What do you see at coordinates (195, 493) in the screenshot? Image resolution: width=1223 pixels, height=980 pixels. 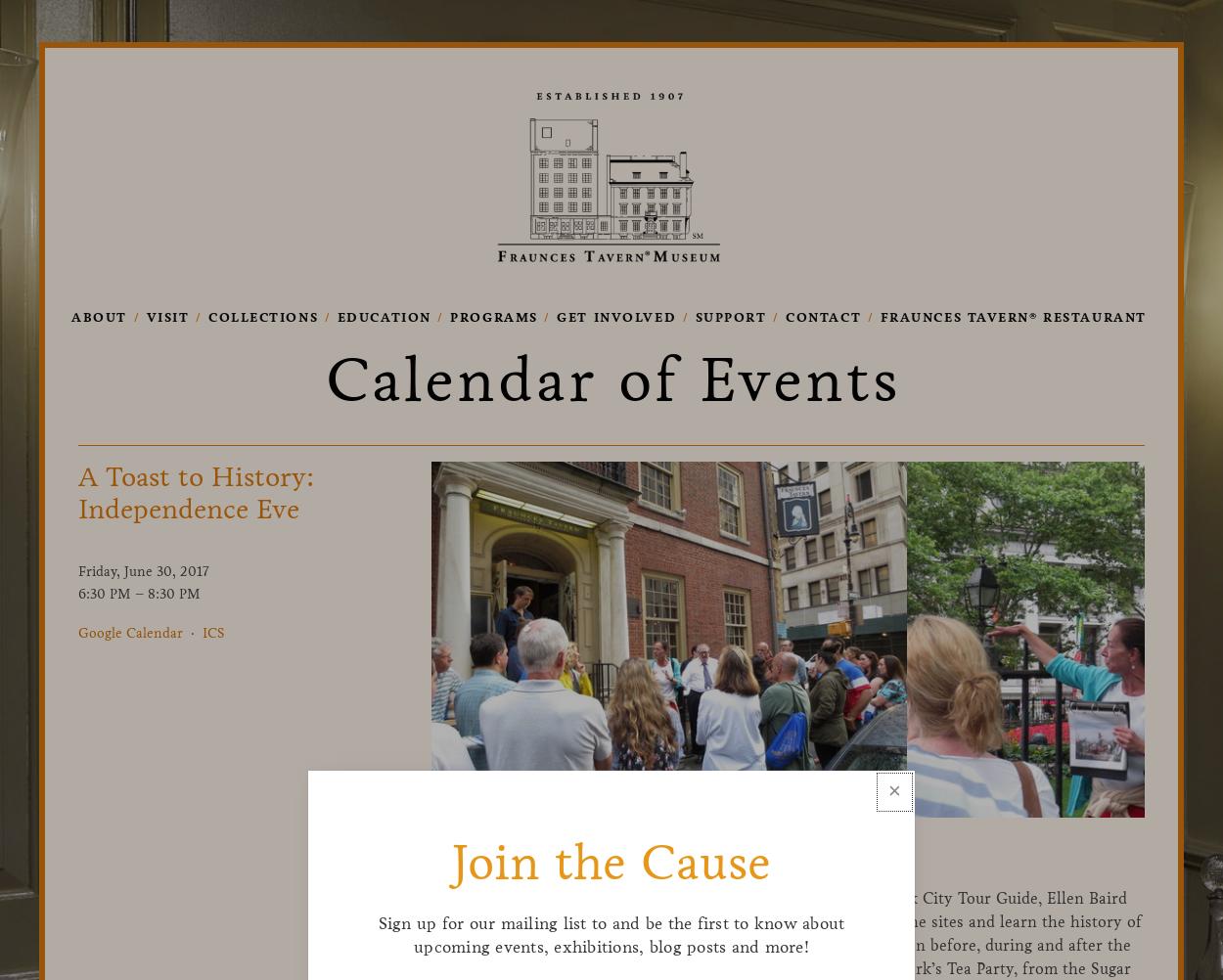 I see `'A Toast to History: Independence Eve'` at bounding box center [195, 493].